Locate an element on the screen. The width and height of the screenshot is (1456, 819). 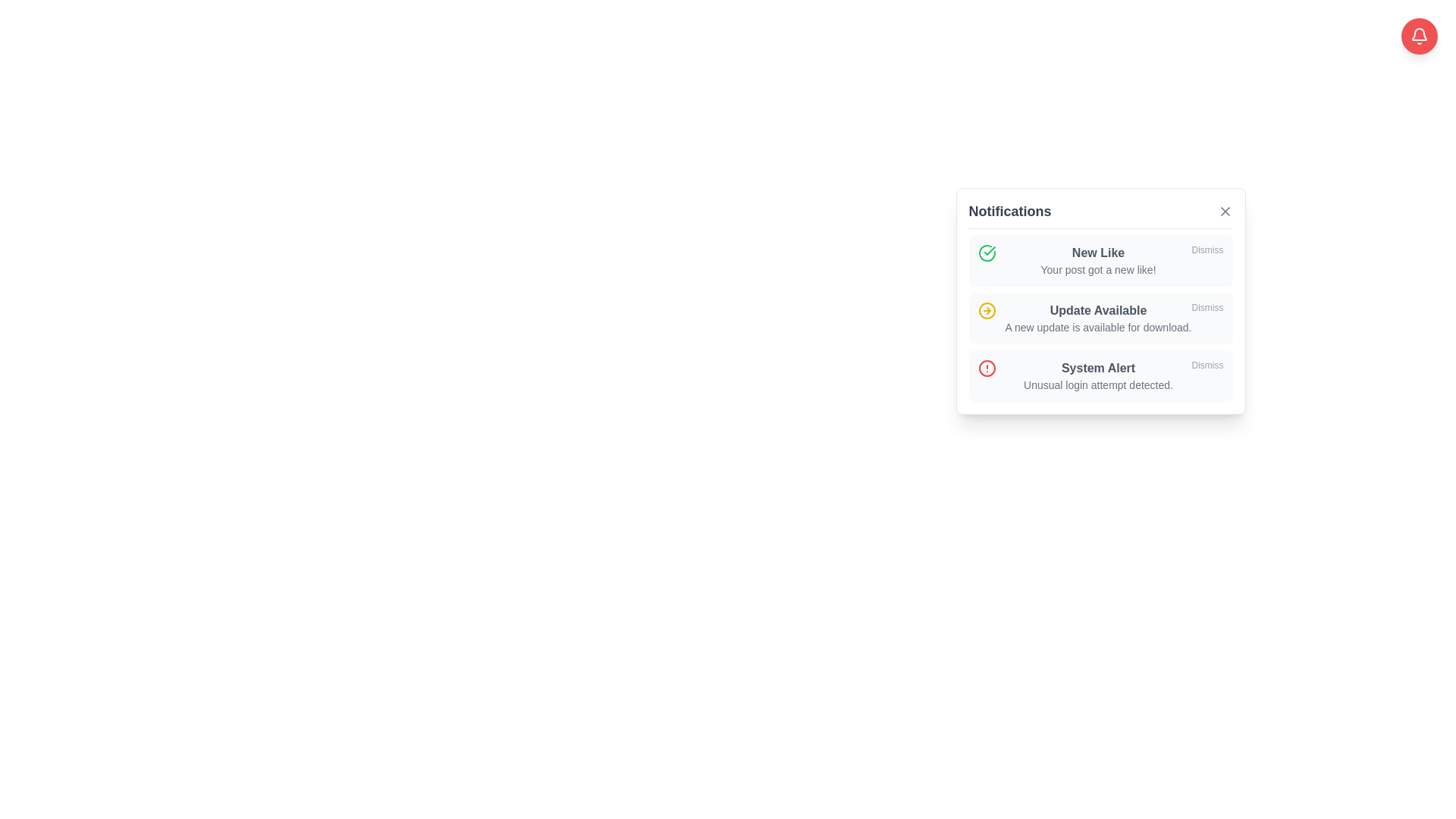
the notification card labeled 'Update Available' which contains a yellow circular icon and a 'Dismiss' button, located in the notifications list of the popup window is located at coordinates (1100, 301).